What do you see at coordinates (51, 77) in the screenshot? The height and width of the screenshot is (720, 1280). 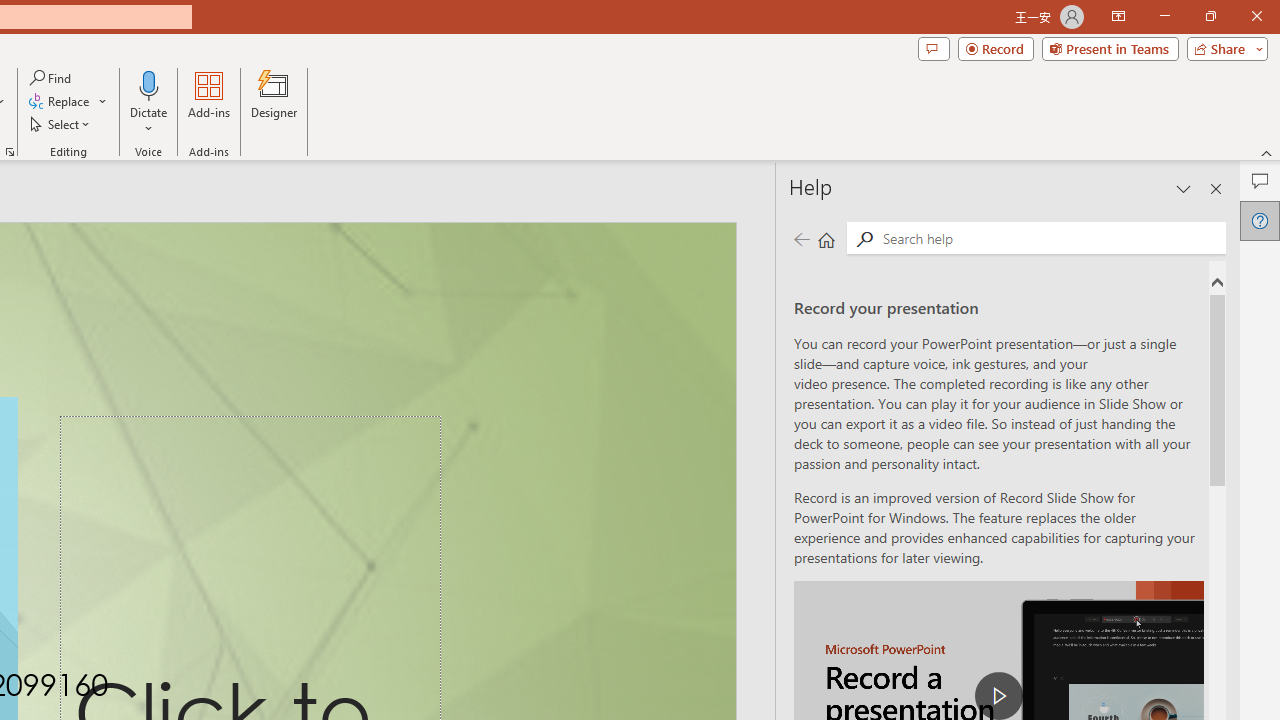 I see `'Find...'` at bounding box center [51, 77].